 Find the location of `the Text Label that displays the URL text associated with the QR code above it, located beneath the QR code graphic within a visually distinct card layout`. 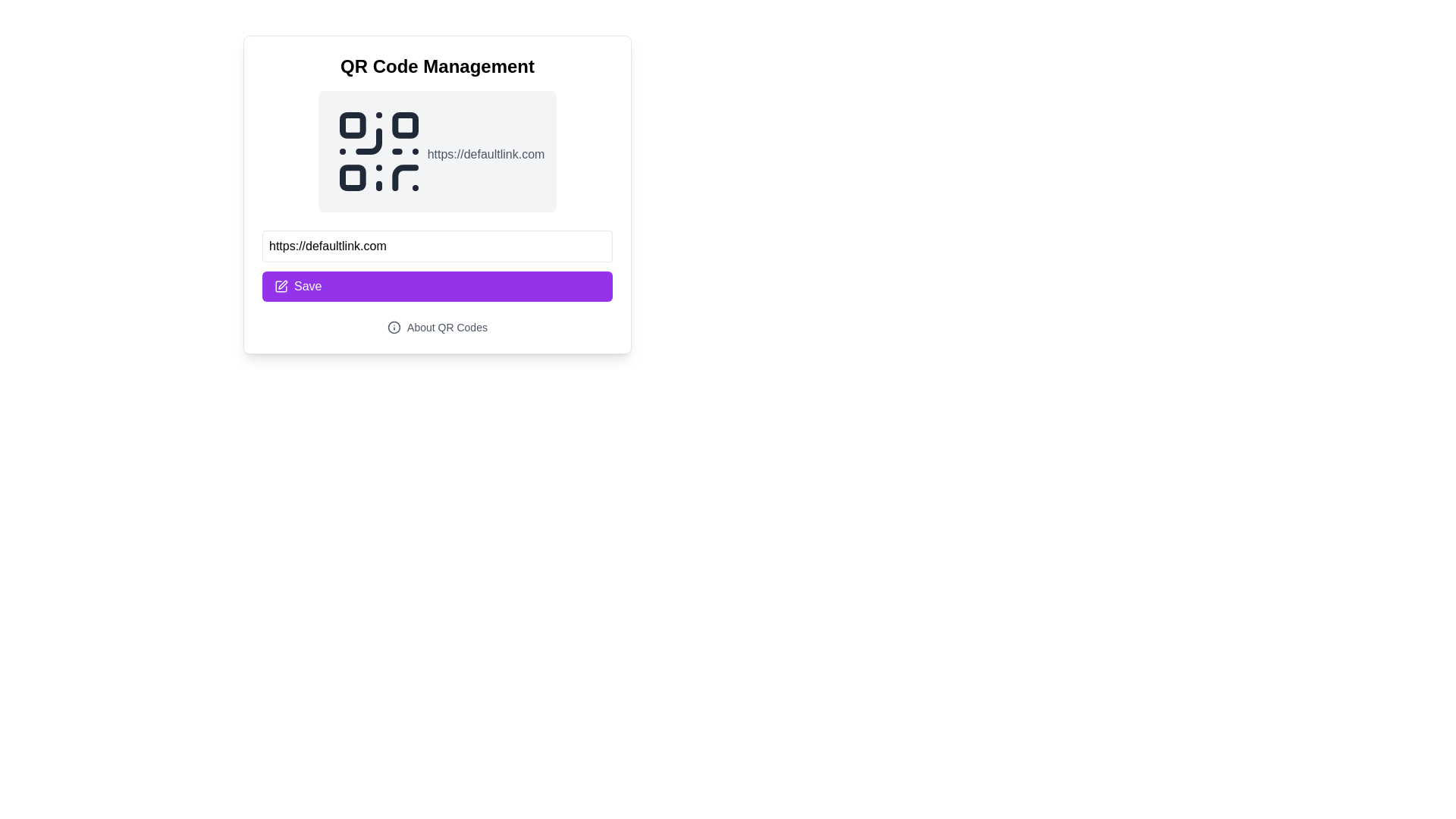

the Text Label that displays the URL text associated with the QR code above it, located beneath the QR code graphic within a visually distinct card layout is located at coordinates (486, 155).